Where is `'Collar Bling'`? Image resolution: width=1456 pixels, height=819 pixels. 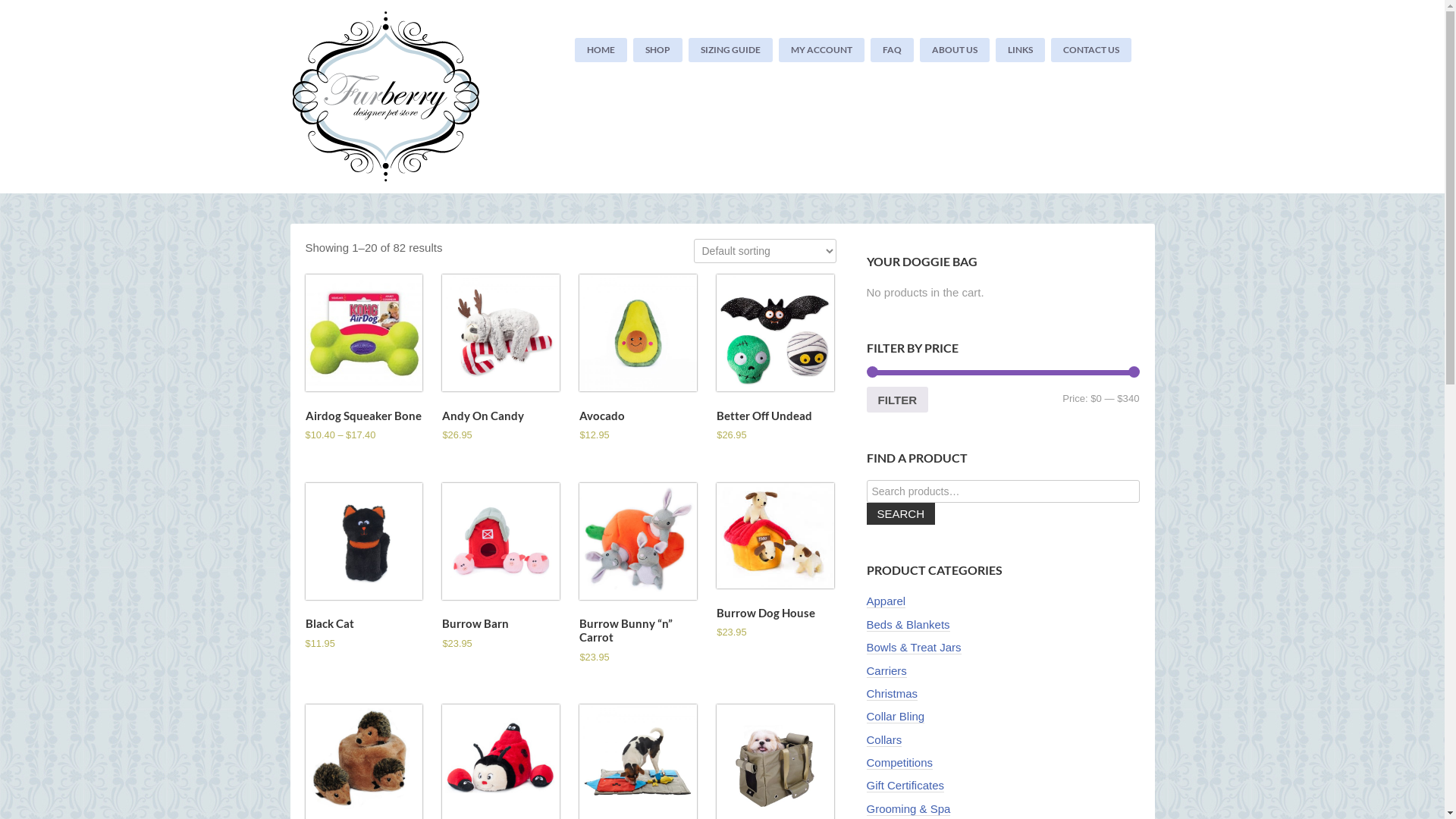
'Collar Bling' is located at coordinates (895, 717).